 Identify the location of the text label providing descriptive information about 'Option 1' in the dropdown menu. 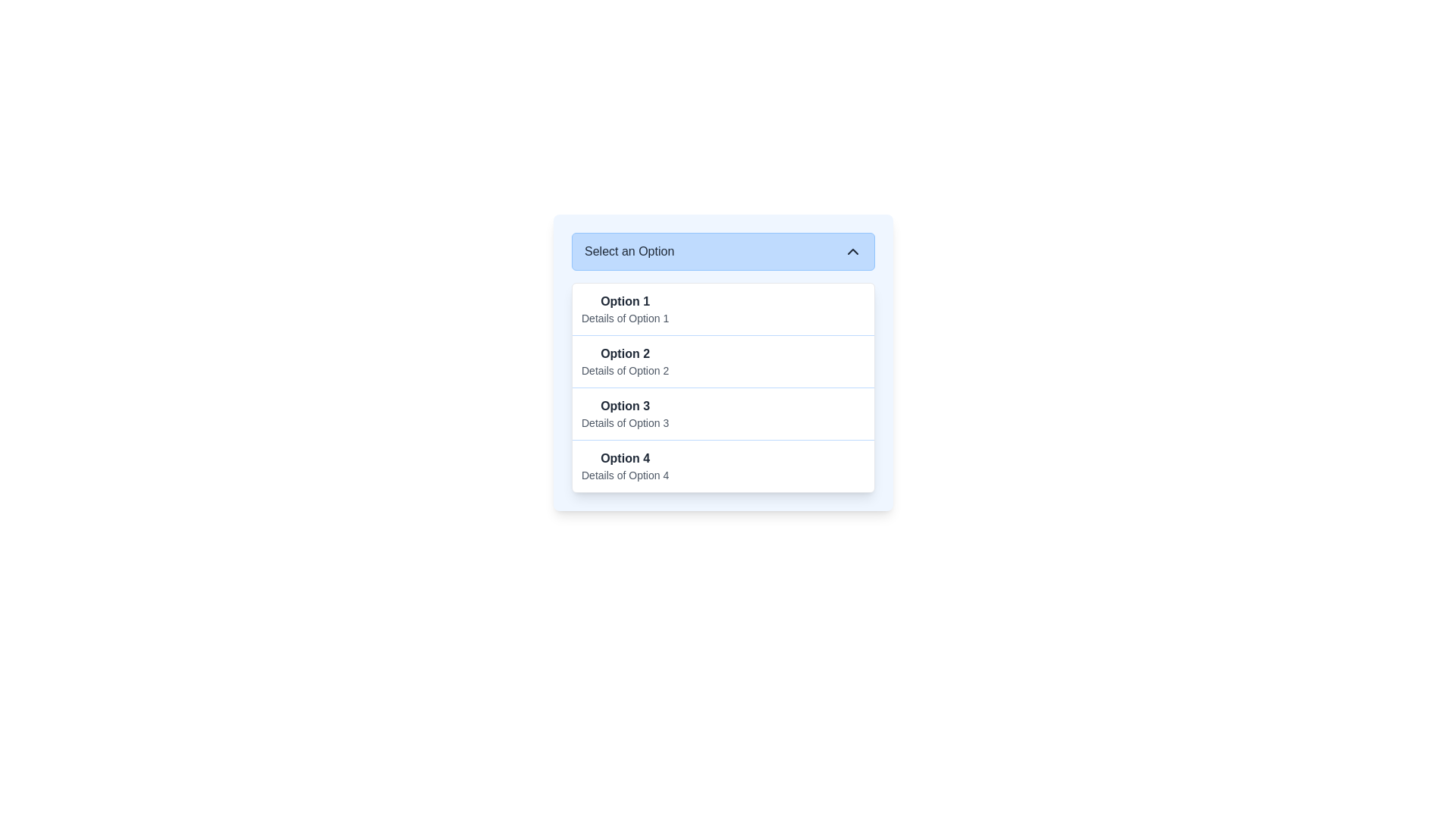
(625, 318).